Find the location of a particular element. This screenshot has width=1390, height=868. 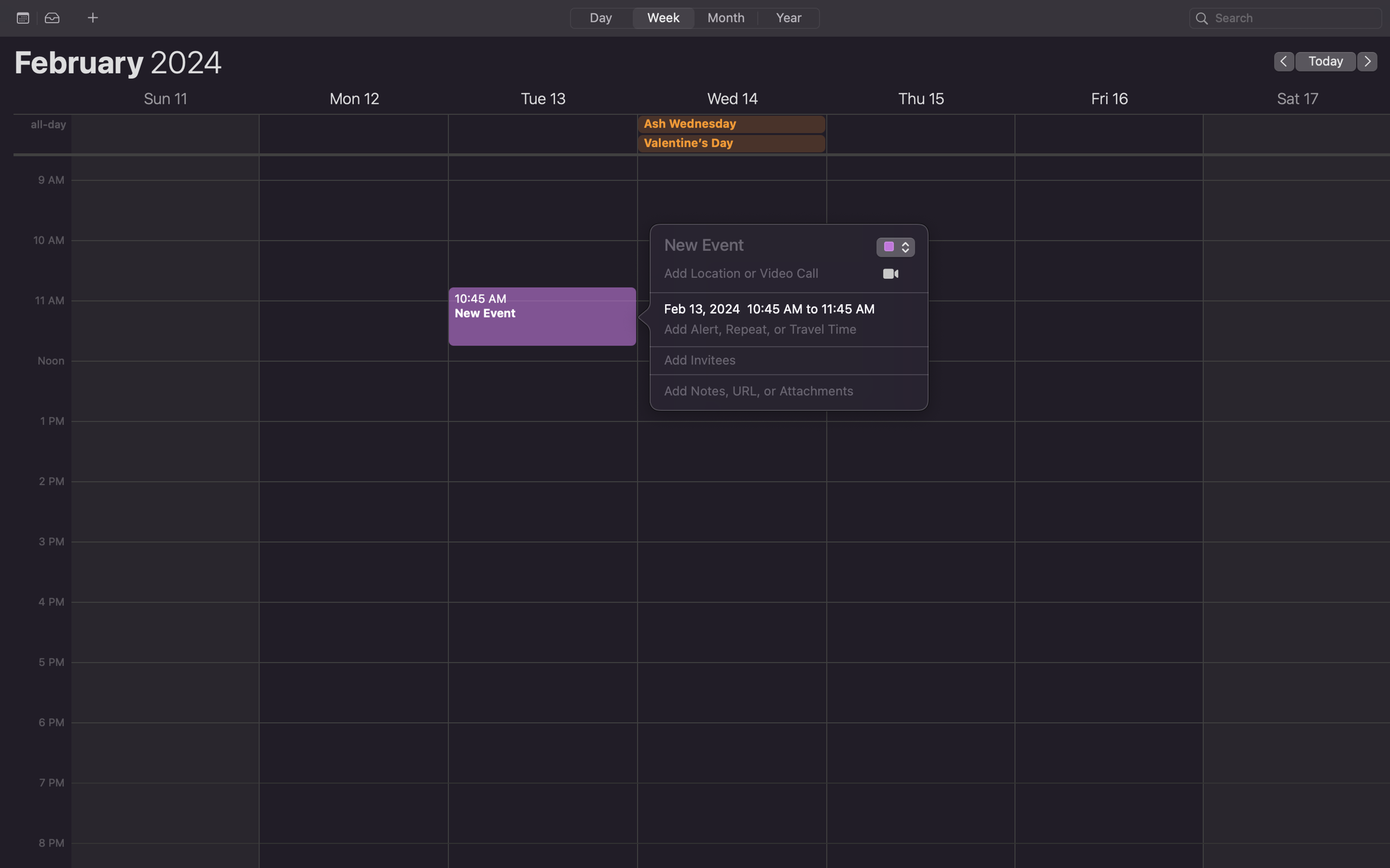

Enter "Conference Room 2" into the location field is located at coordinates (762, 277).